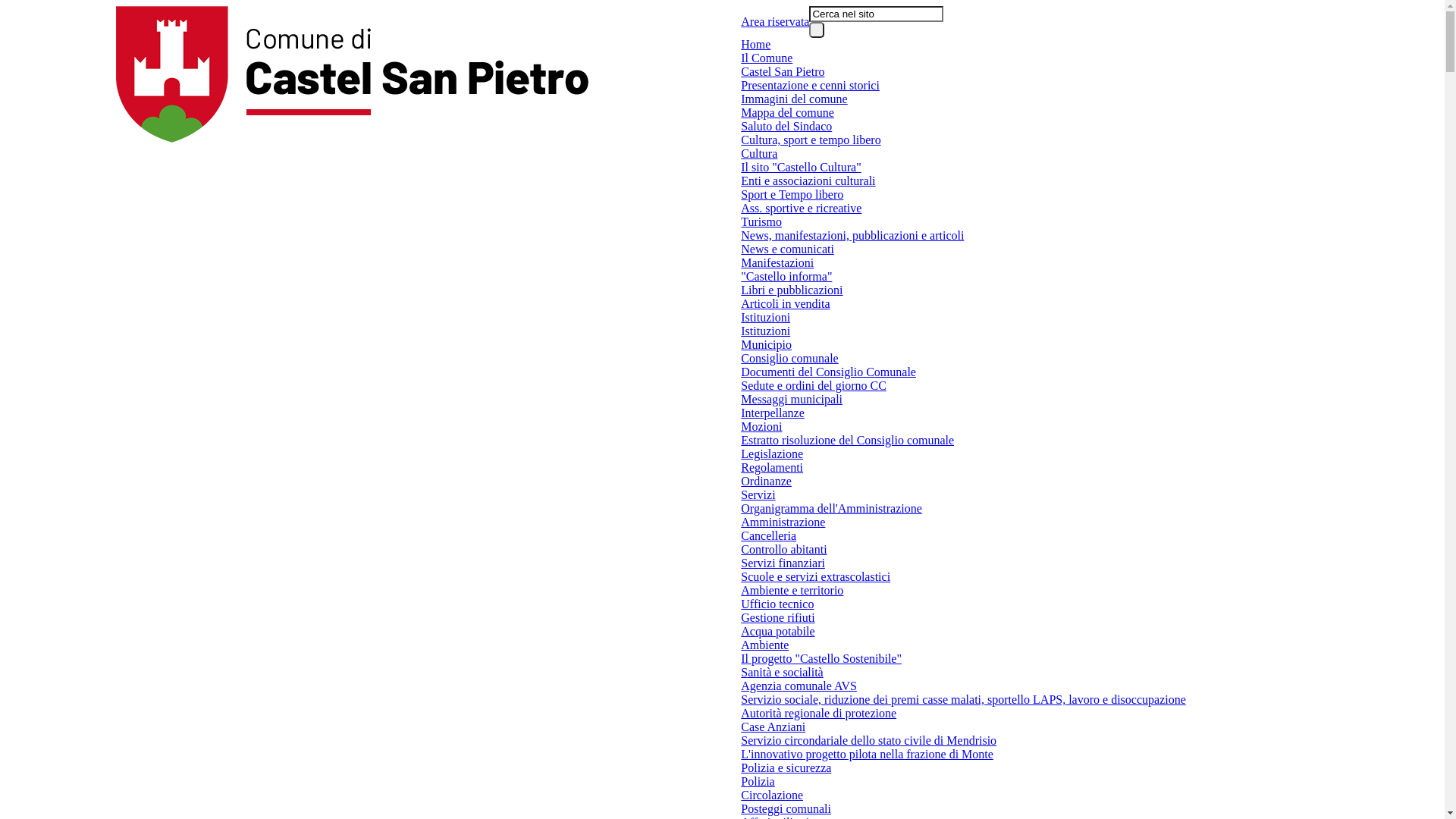  What do you see at coordinates (807, 180) in the screenshot?
I see `'Enti e associazioni culturali'` at bounding box center [807, 180].